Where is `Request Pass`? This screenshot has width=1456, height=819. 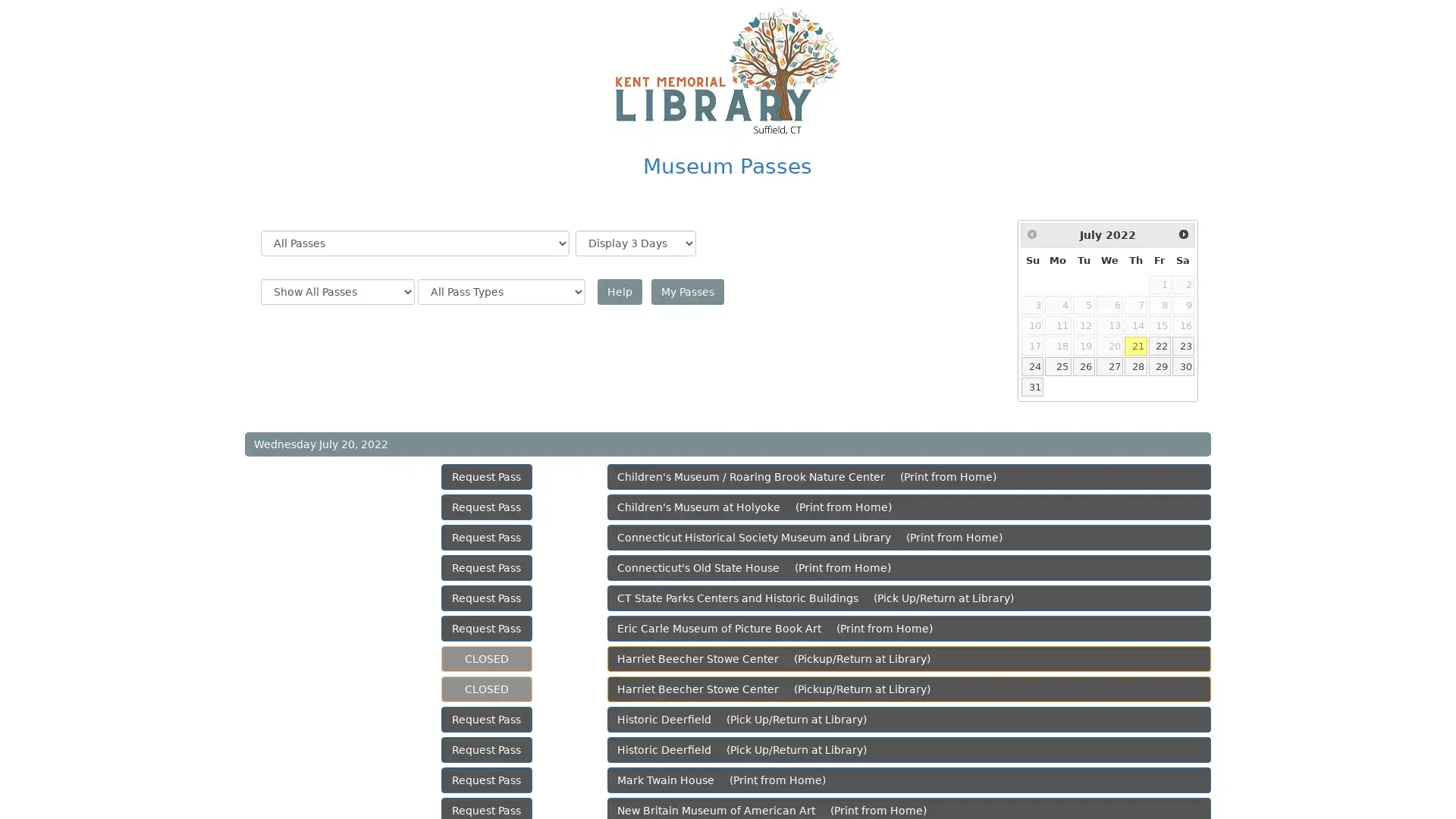 Request Pass is located at coordinates (486, 780).